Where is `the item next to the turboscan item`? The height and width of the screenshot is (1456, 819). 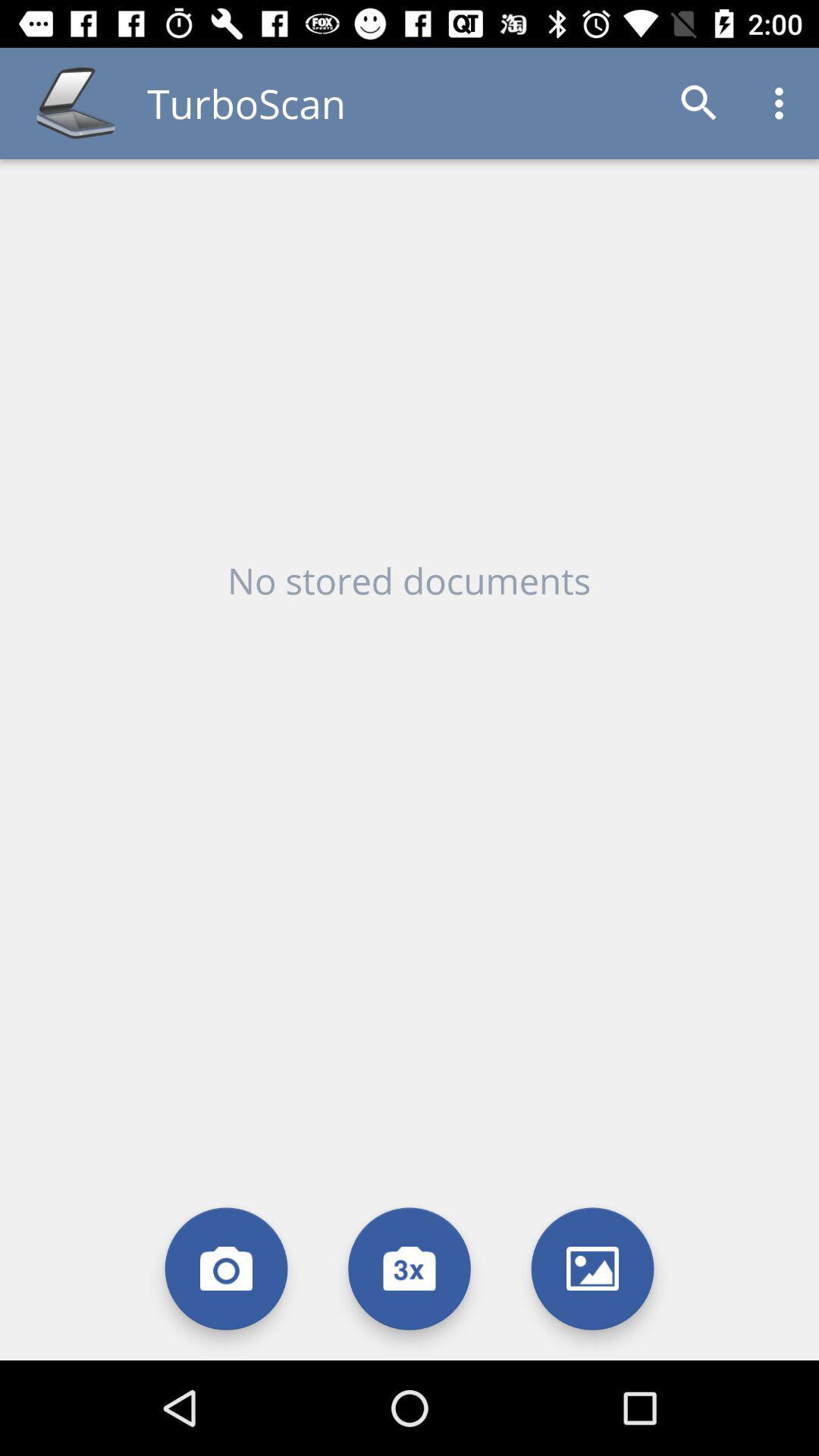
the item next to the turboscan item is located at coordinates (699, 102).